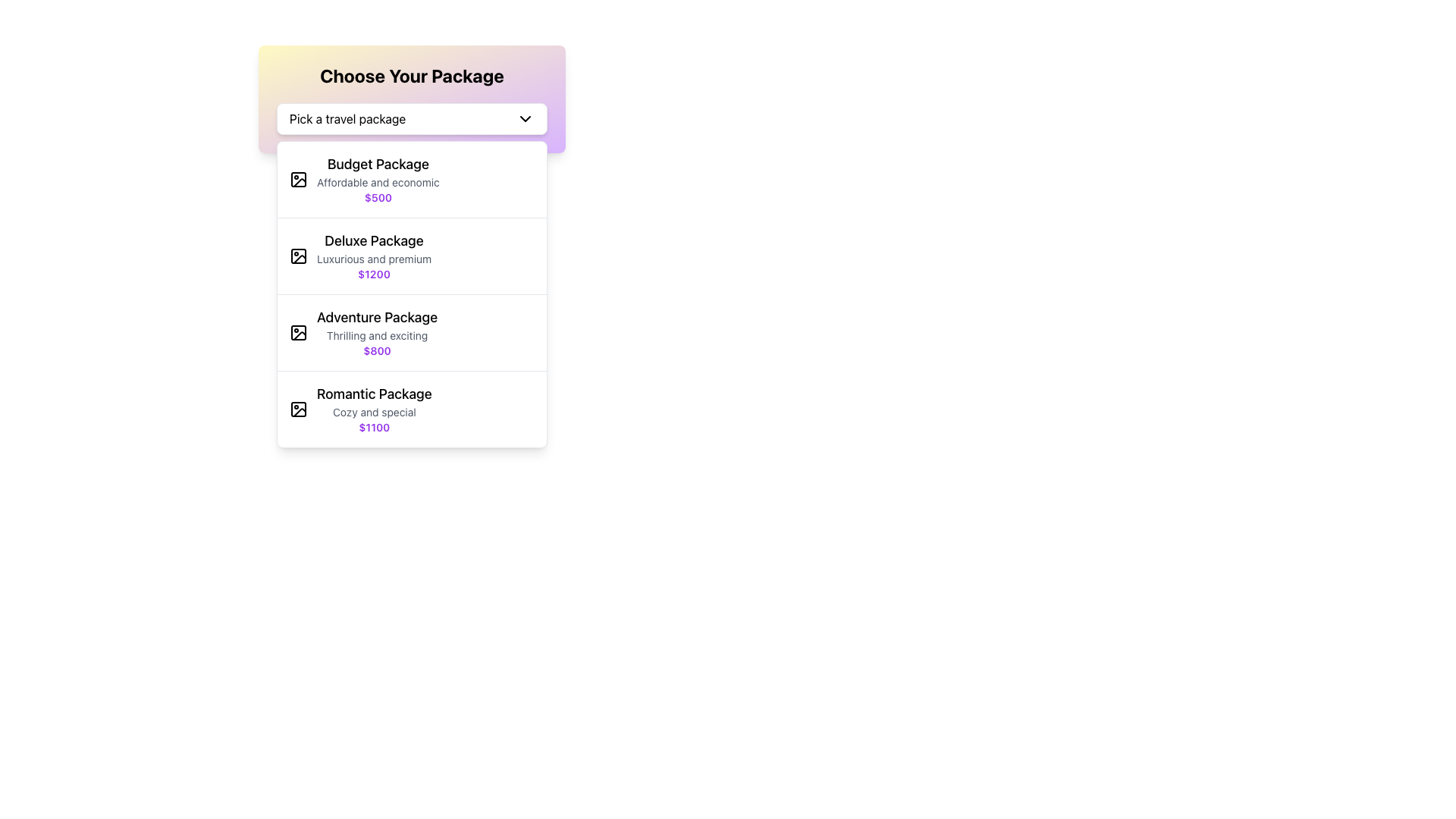 The width and height of the screenshot is (1456, 819). I want to click on the price text label of the 'Deluxe Package', which is located at the bottom of the package listing and indicates its cost to the user, so click(374, 275).